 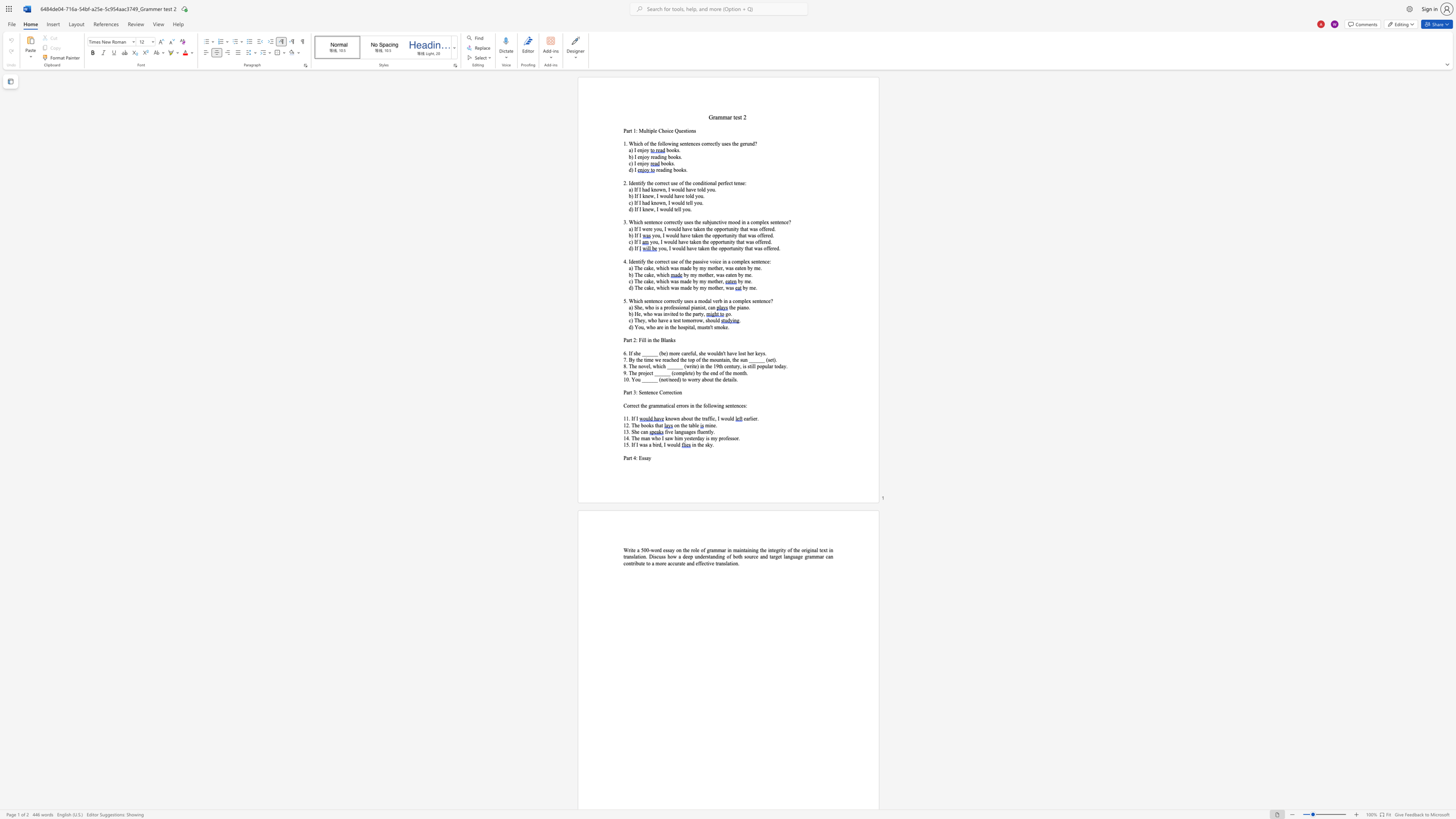 I want to click on the subset text "ly." within the text "five languages fluently.", so click(x=709, y=432).